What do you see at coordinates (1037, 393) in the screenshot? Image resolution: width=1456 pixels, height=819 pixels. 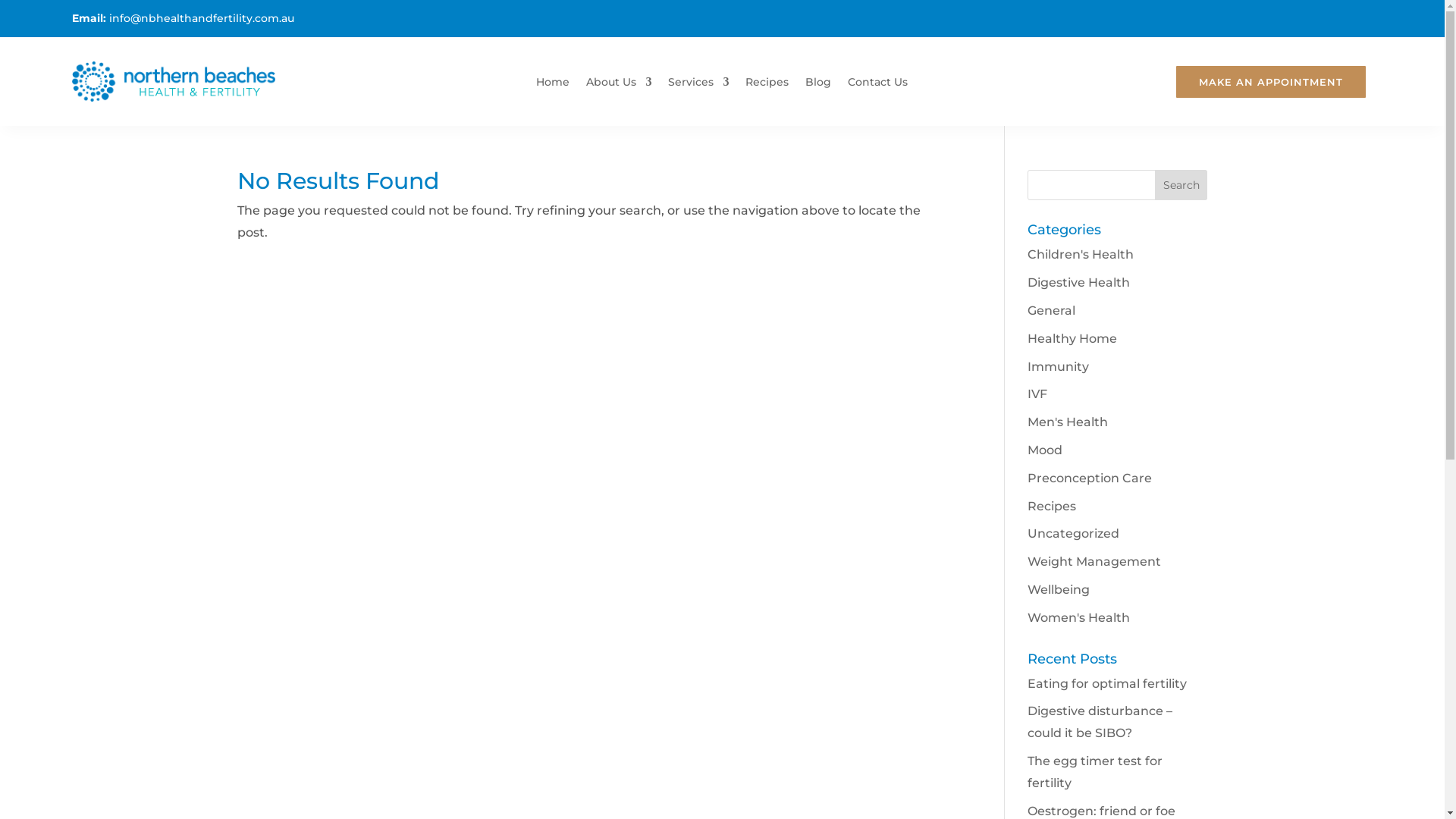 I see `'IVF'` at bounding box center [1037, 393].